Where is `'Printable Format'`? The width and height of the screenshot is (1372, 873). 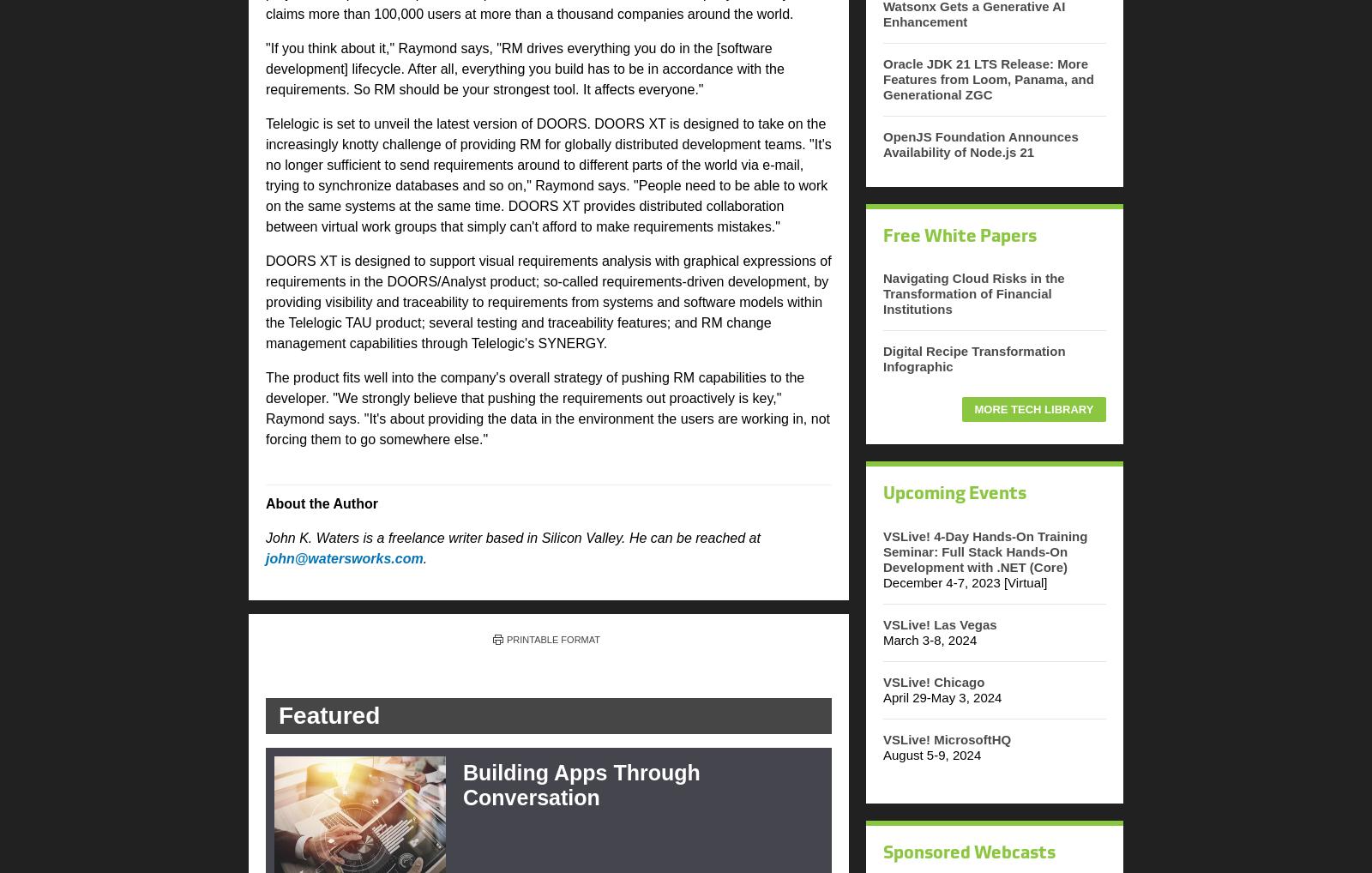
'Printable Format' is located at coordinates (553, 638).